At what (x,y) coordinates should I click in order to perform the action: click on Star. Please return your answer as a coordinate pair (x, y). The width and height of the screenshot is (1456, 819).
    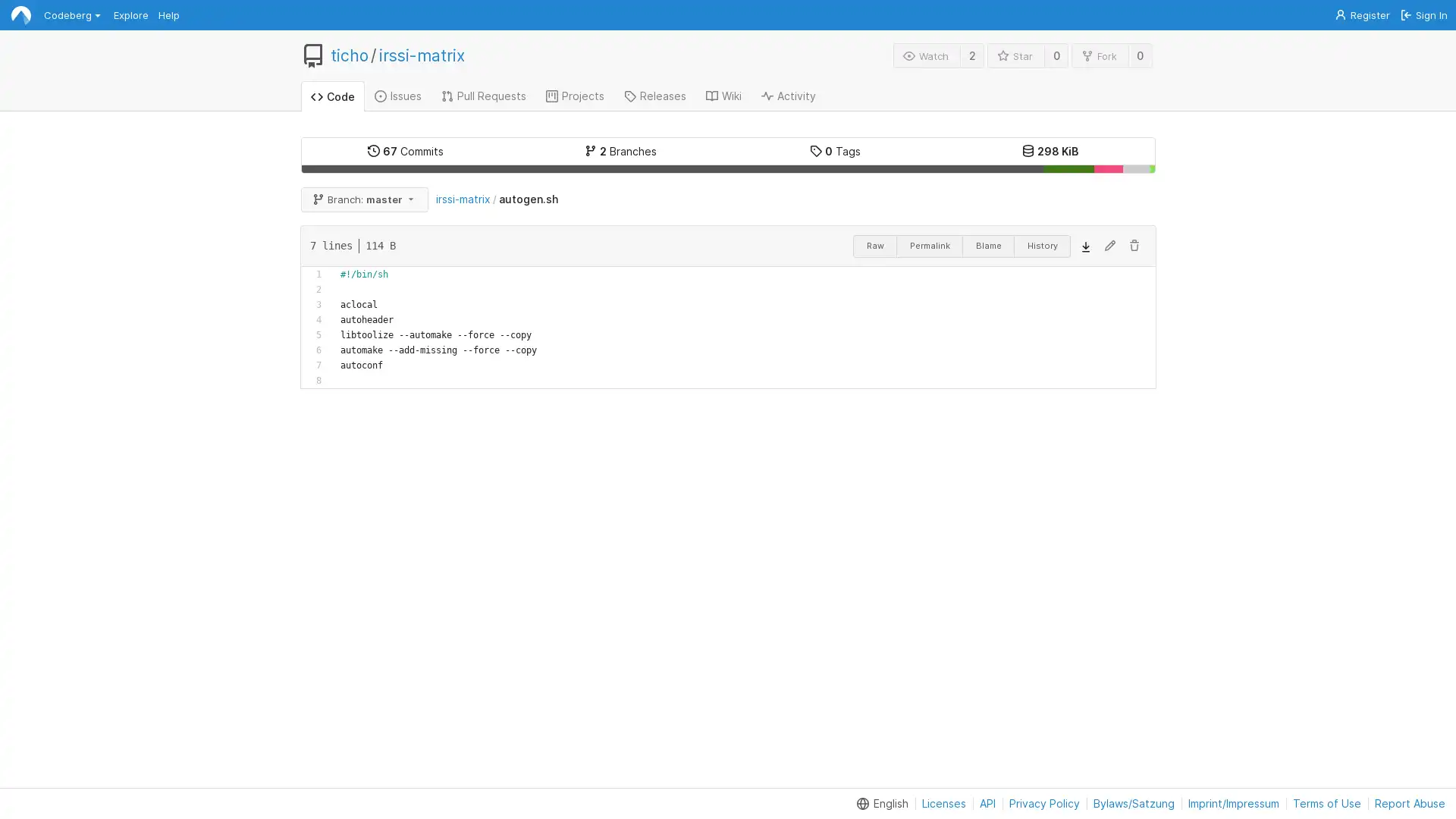
    Looking at the image, I should click on (1015, 55).